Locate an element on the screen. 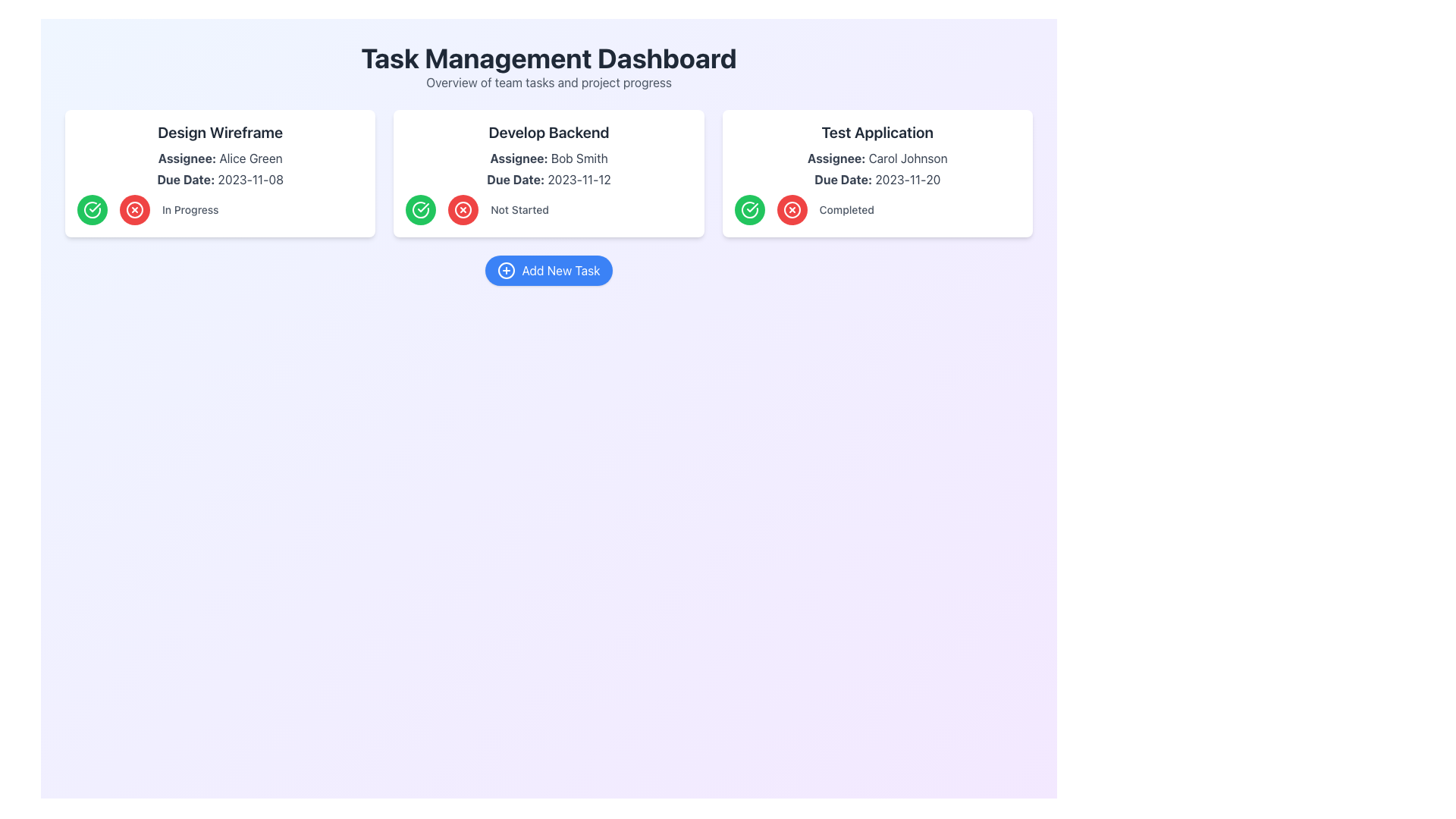 This screenshot has height=819, width=1456. the red circular button with a white 'X' icon located to the right of the green circular button in the middle task card labeled 'Develop Backend' is located at coordinates (463, 210).